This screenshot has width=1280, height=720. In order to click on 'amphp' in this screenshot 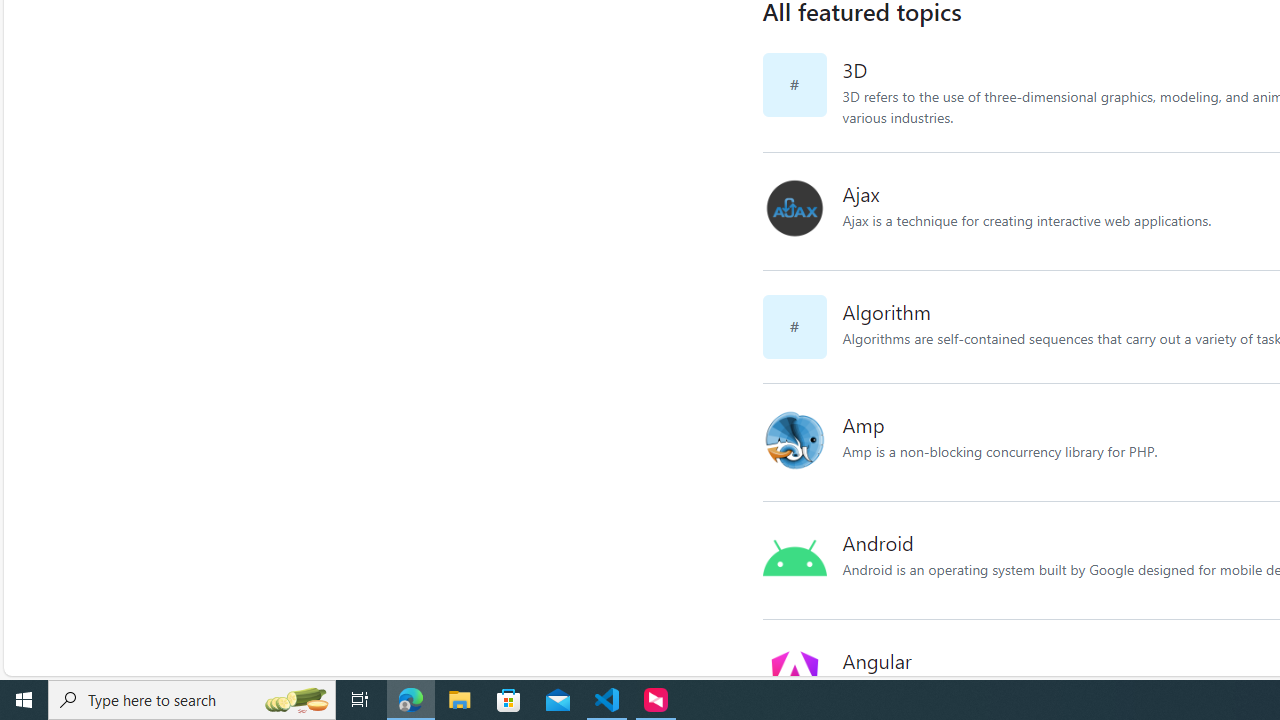, I will do `click(802, 441)`.